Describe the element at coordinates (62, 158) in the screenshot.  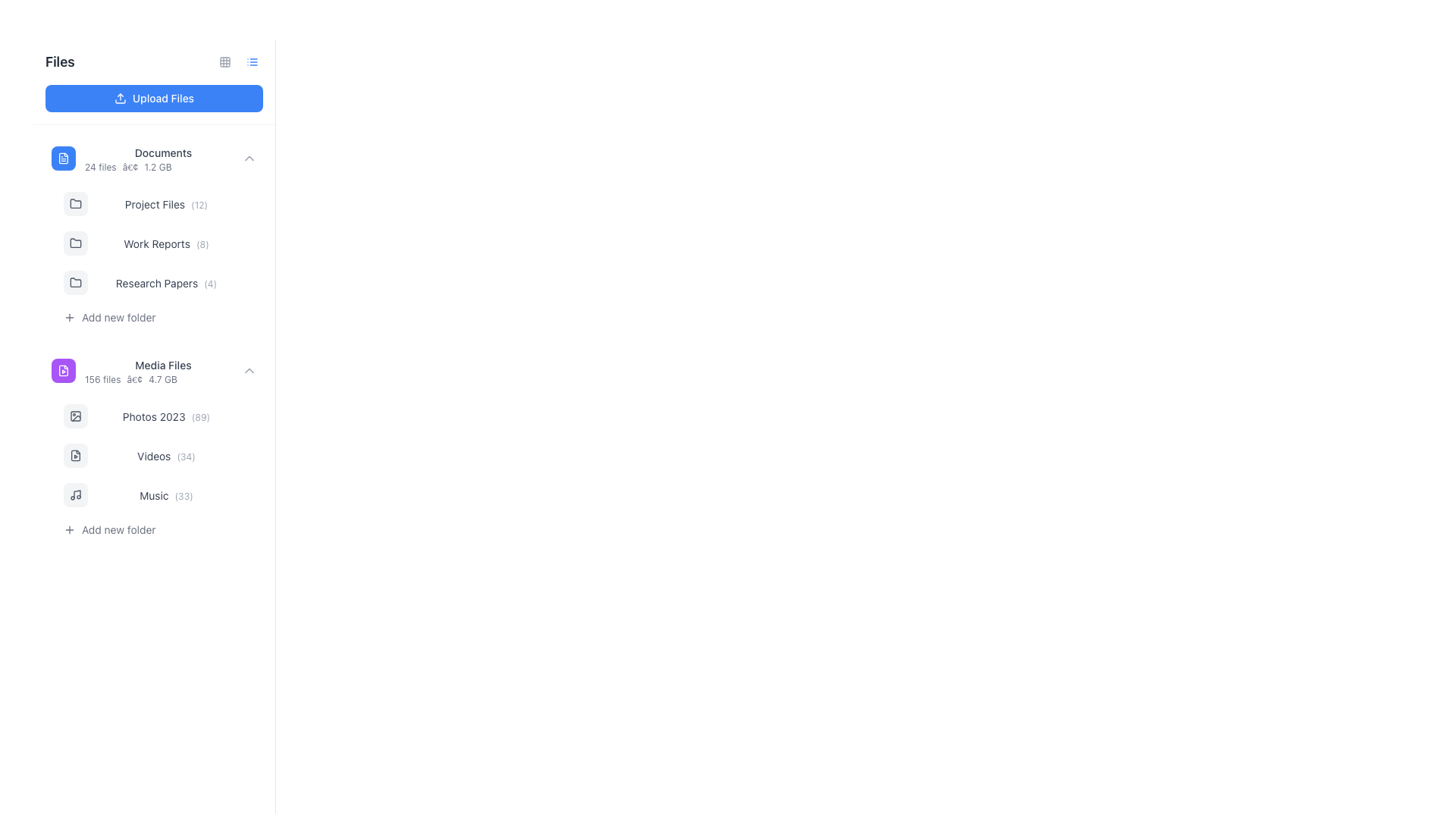
I see `the white document icon with a file-text style located in the sidebar menu under the 'Files' section, next to the 'Documents' label, which is centered within a circular blue background` at that location.